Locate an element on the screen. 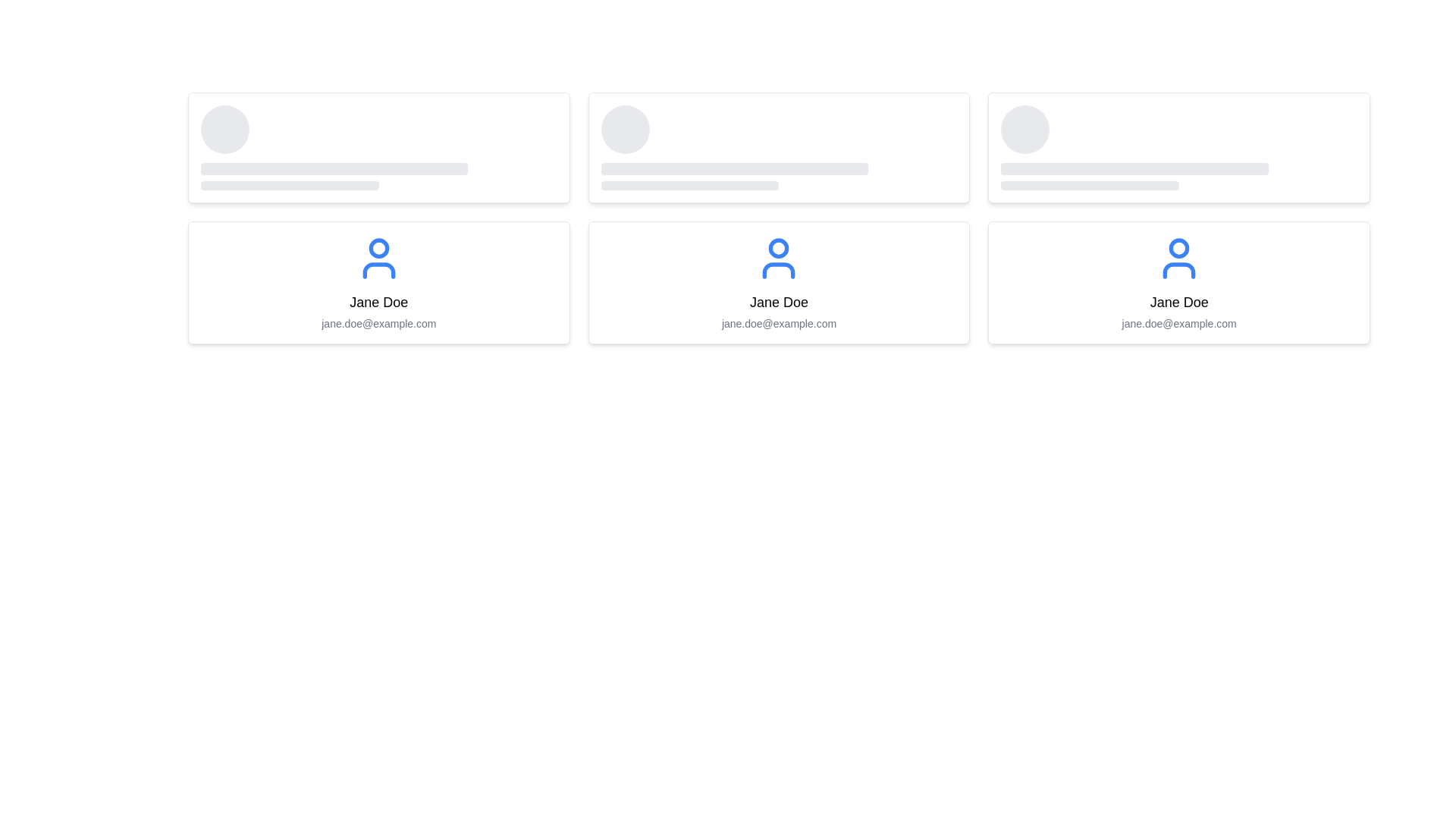 The width and height of the screenshot is (1456, 819). the user profile icon located in the second card of the second row, which serves as a visual representation for user identification is located at coordinates (779, 257).